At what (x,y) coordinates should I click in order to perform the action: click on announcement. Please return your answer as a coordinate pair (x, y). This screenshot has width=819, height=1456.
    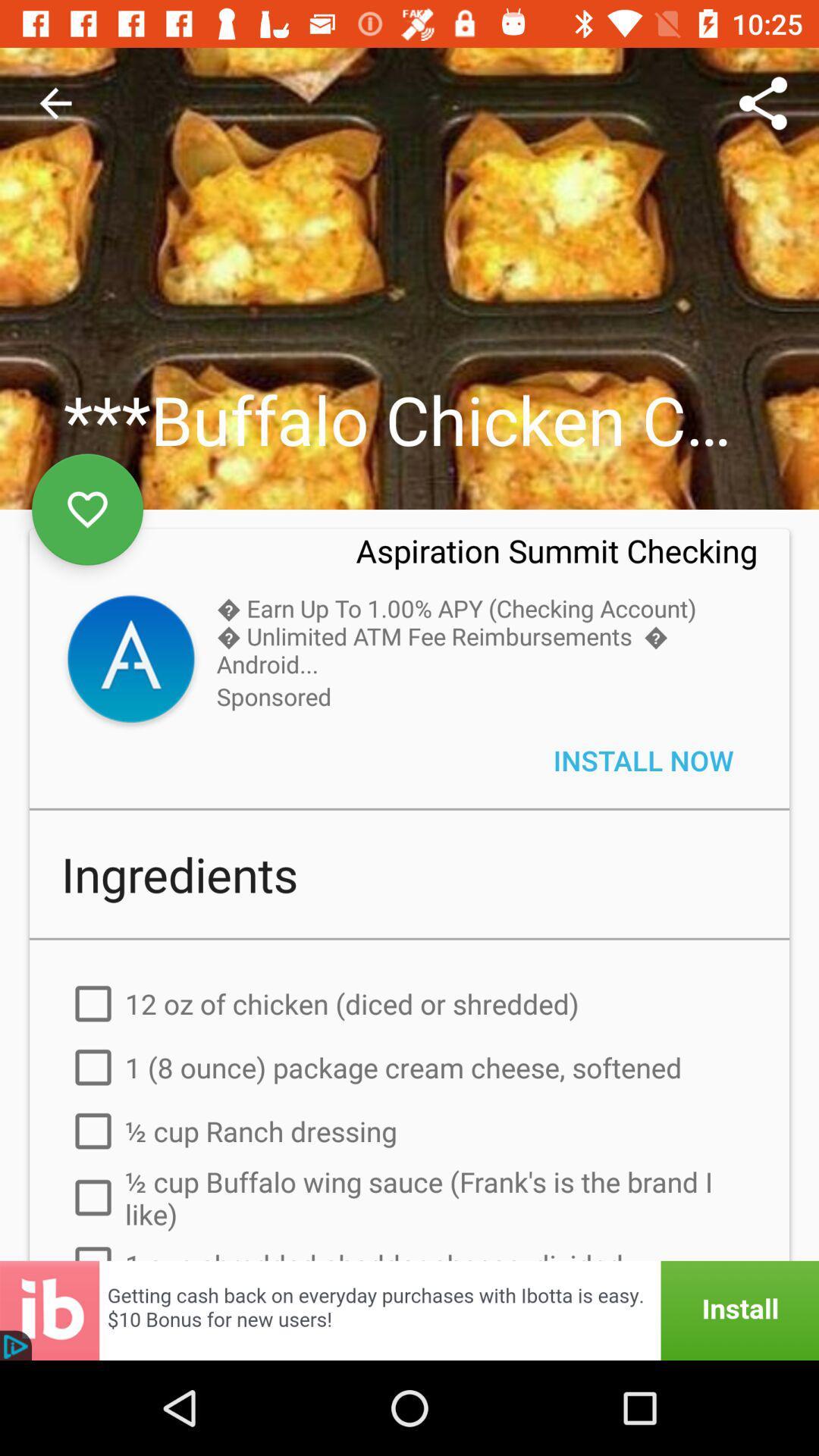
    Looking at the image, I should click on (409, 1310).